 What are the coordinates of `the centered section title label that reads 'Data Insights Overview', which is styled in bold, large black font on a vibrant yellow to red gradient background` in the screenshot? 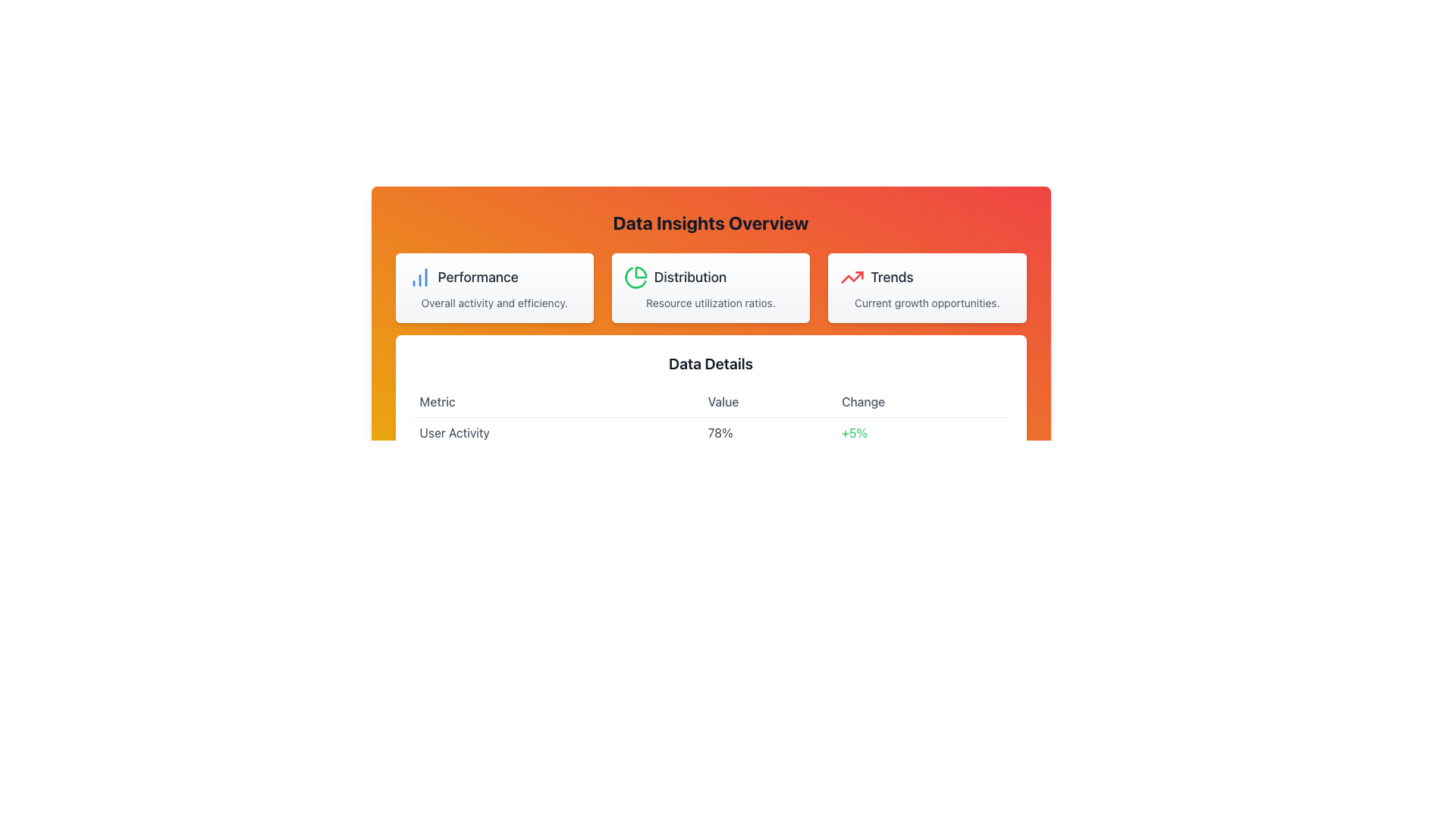 It's located at (710, 222).